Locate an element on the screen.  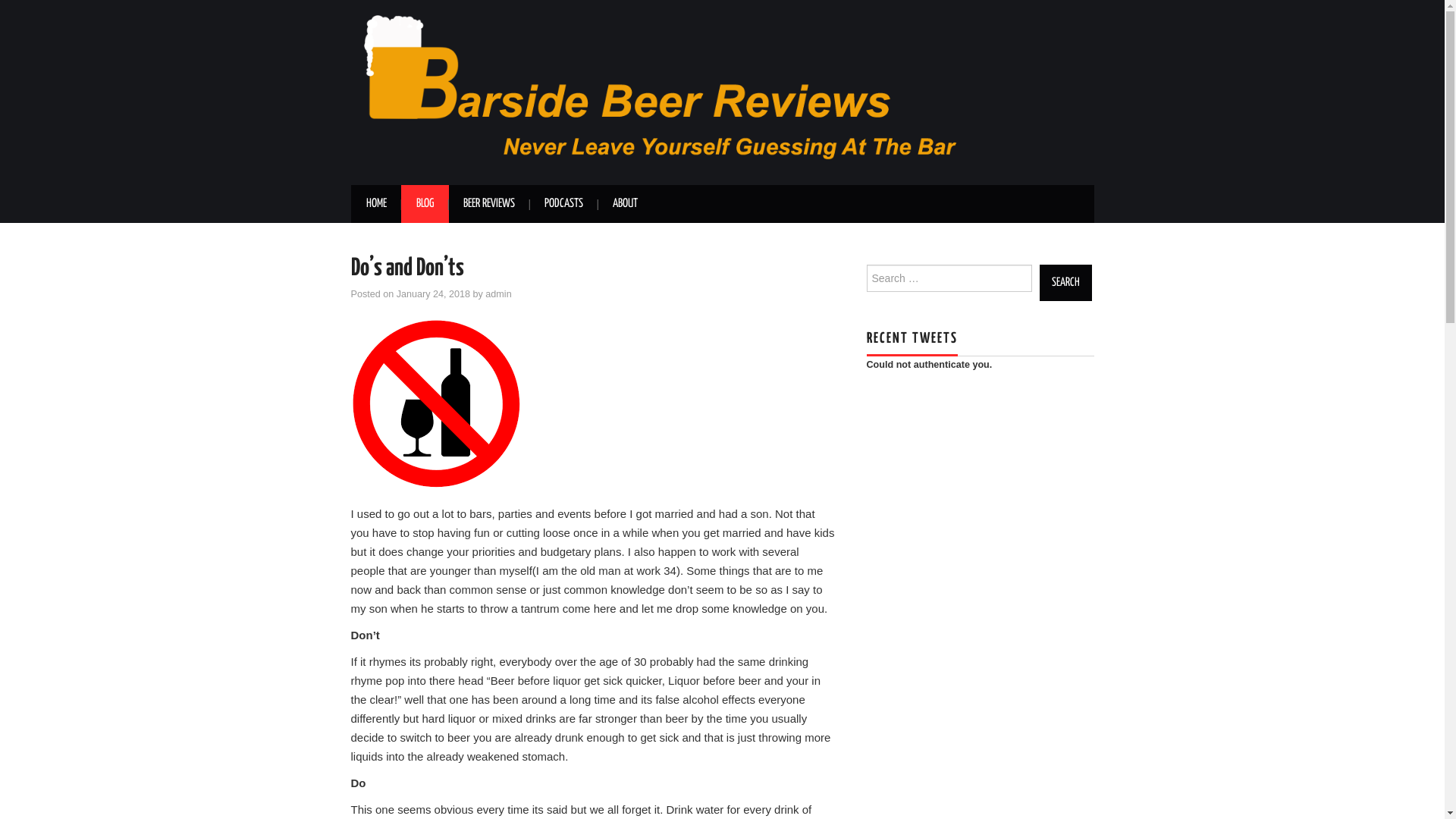
'January 24, 2018' is located at coordinates (432, 294).